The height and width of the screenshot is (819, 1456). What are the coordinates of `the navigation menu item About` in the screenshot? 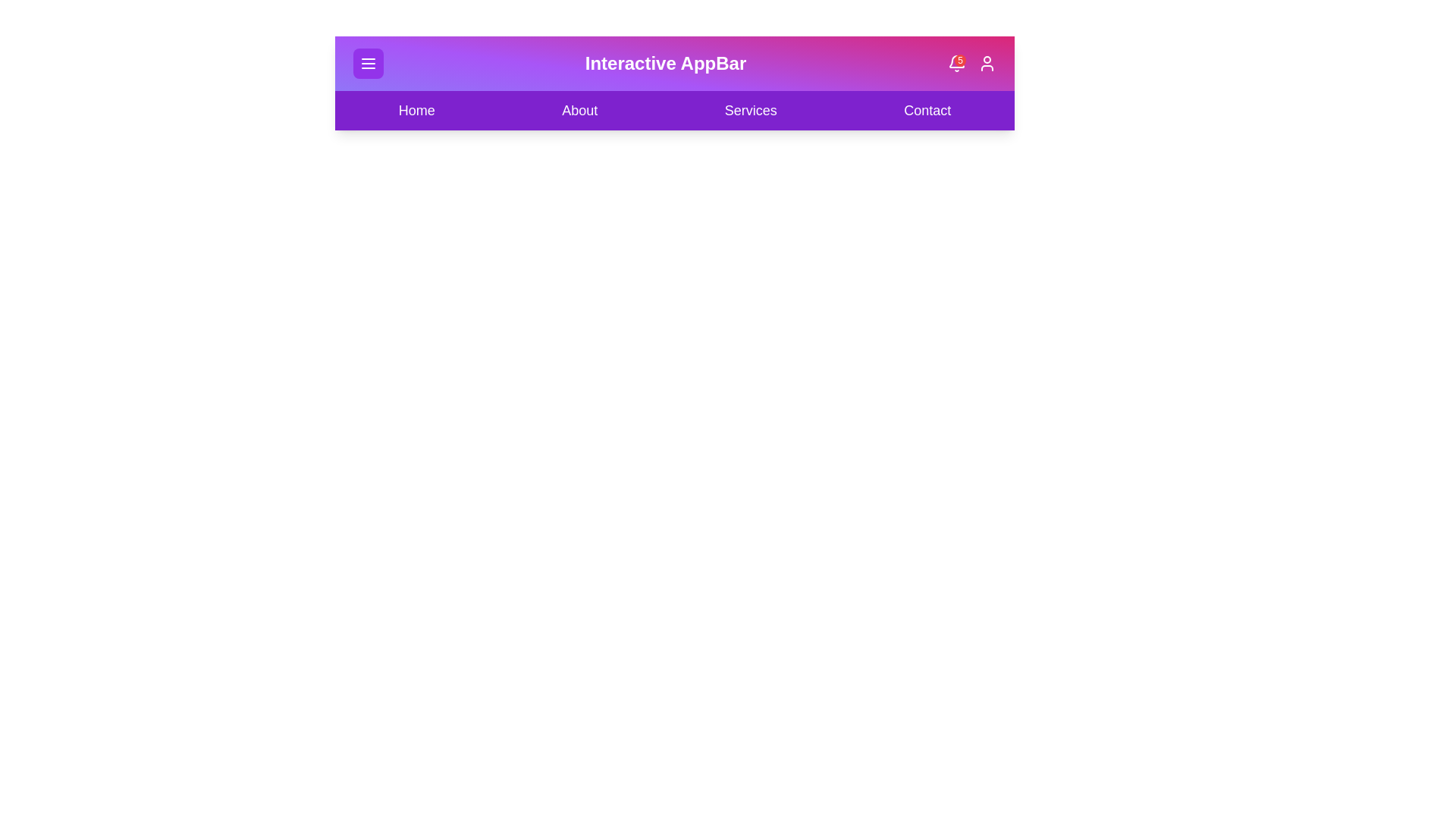 It's located at (579, 110).